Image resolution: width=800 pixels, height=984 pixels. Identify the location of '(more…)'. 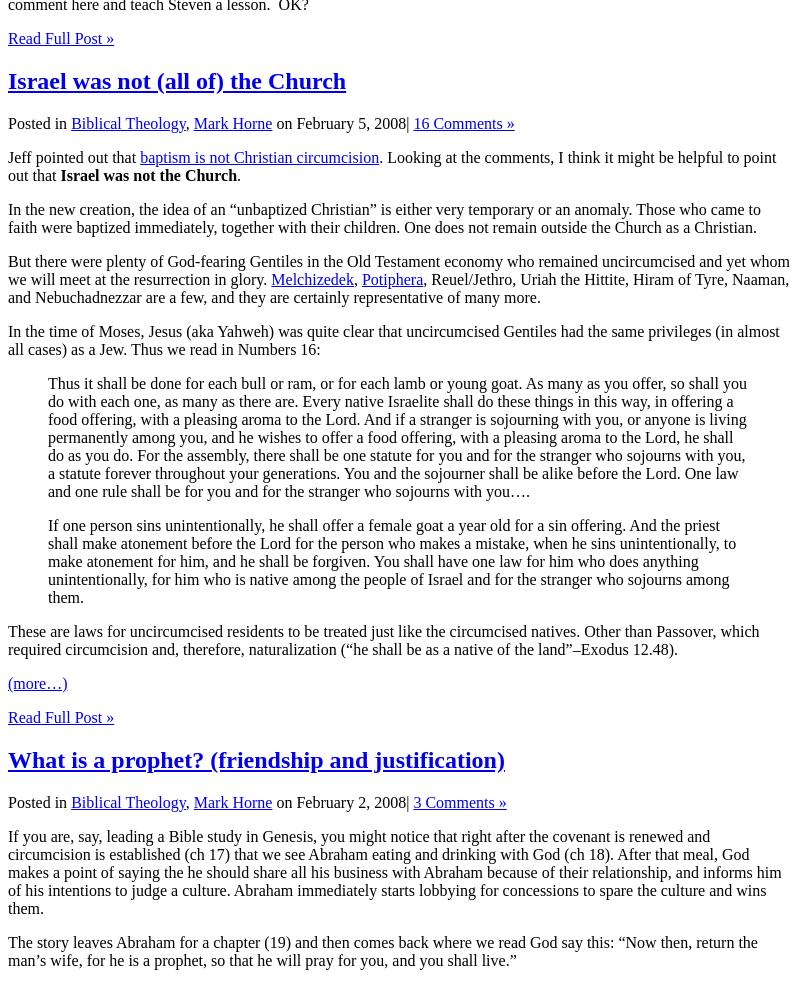
(36, 683).